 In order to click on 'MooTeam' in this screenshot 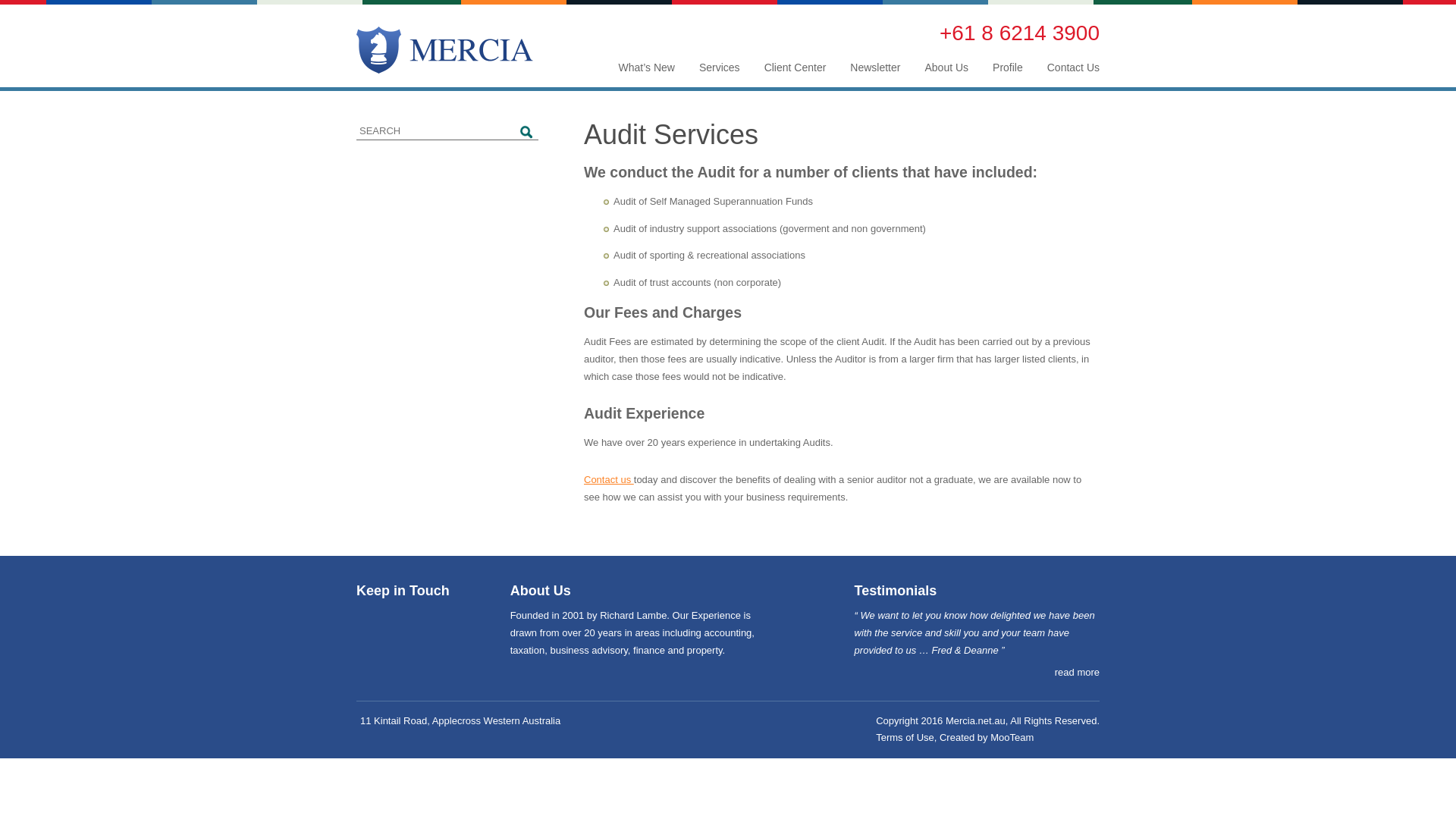, I will do `click(1012, 736)`.